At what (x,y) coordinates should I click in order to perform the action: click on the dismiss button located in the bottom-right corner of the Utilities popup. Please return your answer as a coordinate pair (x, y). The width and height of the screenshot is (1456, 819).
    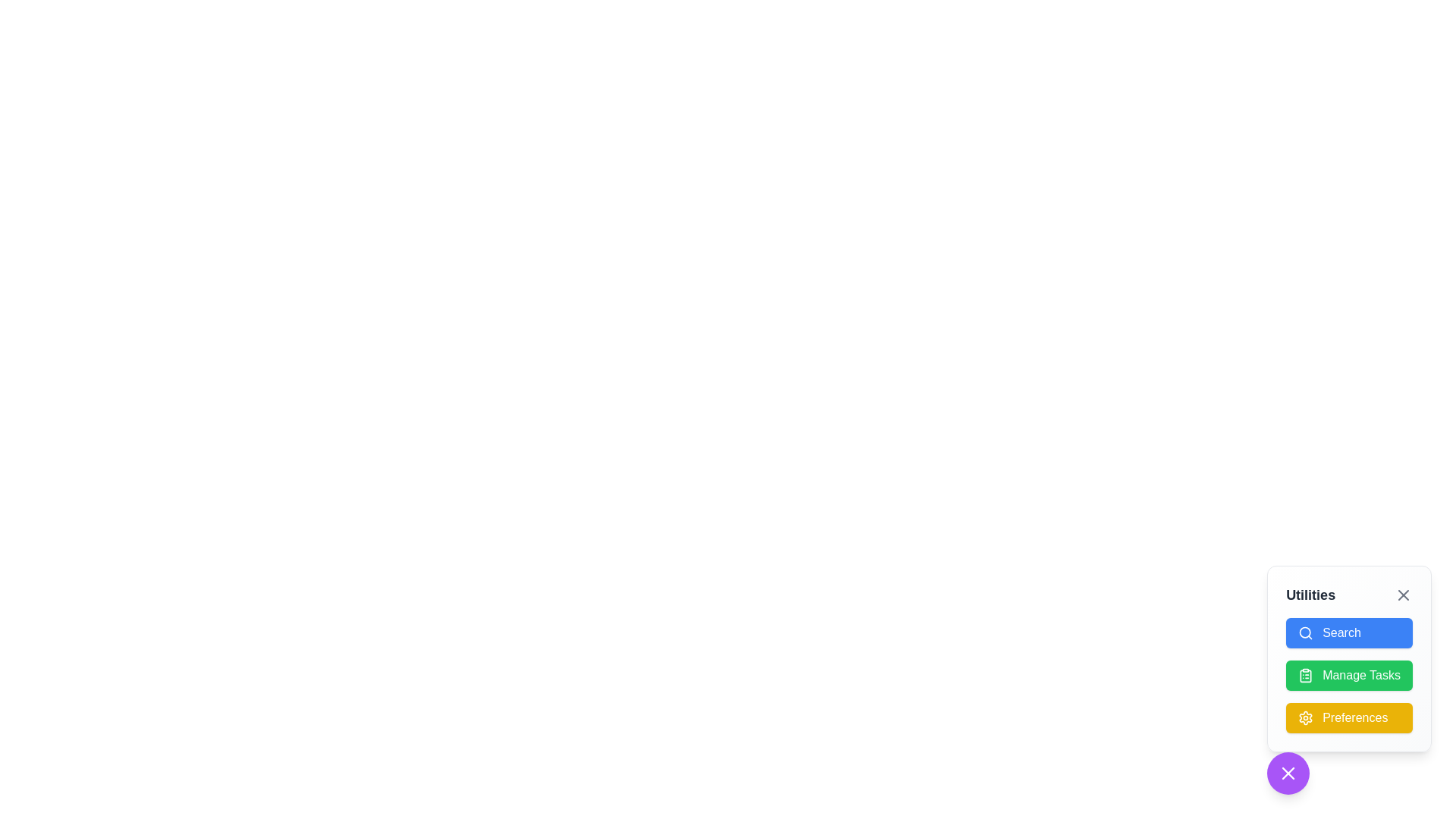
    Looking at the image, I should click on (1288, 773).